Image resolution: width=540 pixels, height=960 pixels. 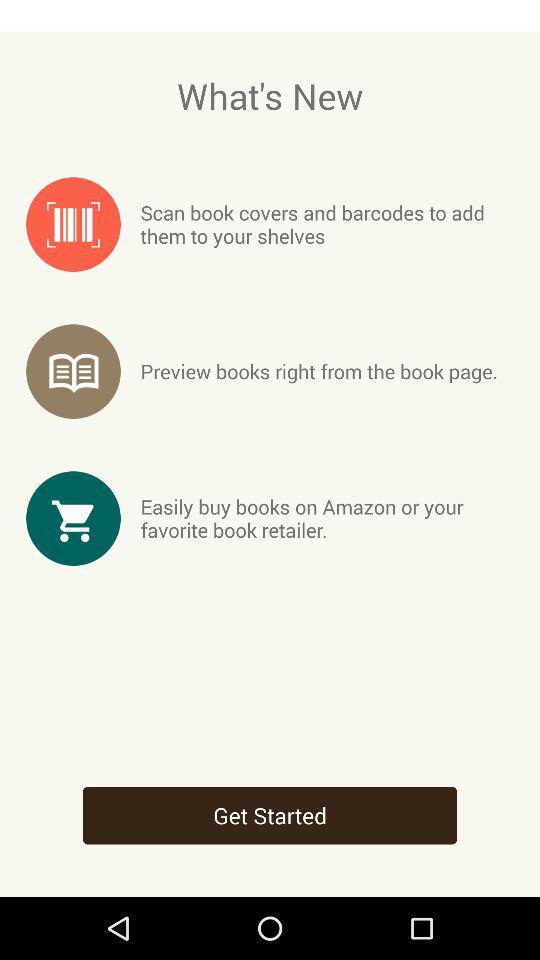 What do you see at coordinates (327, 224) in the screenshot?
I see `item below what's new item` at bounding box center [327, 224].